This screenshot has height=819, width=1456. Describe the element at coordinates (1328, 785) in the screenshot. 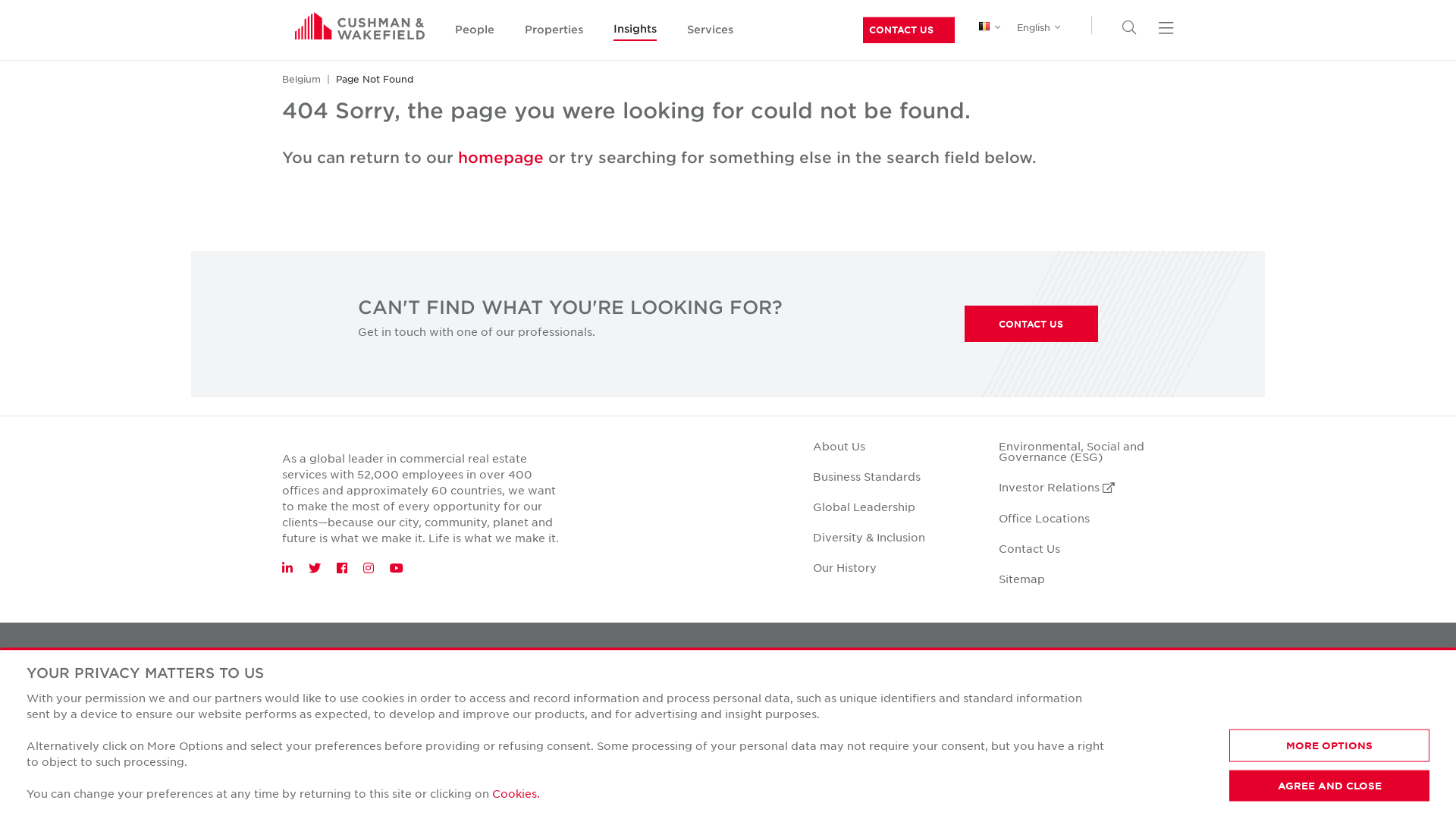

I see `'AGREE AND CLOSE'` at that location.